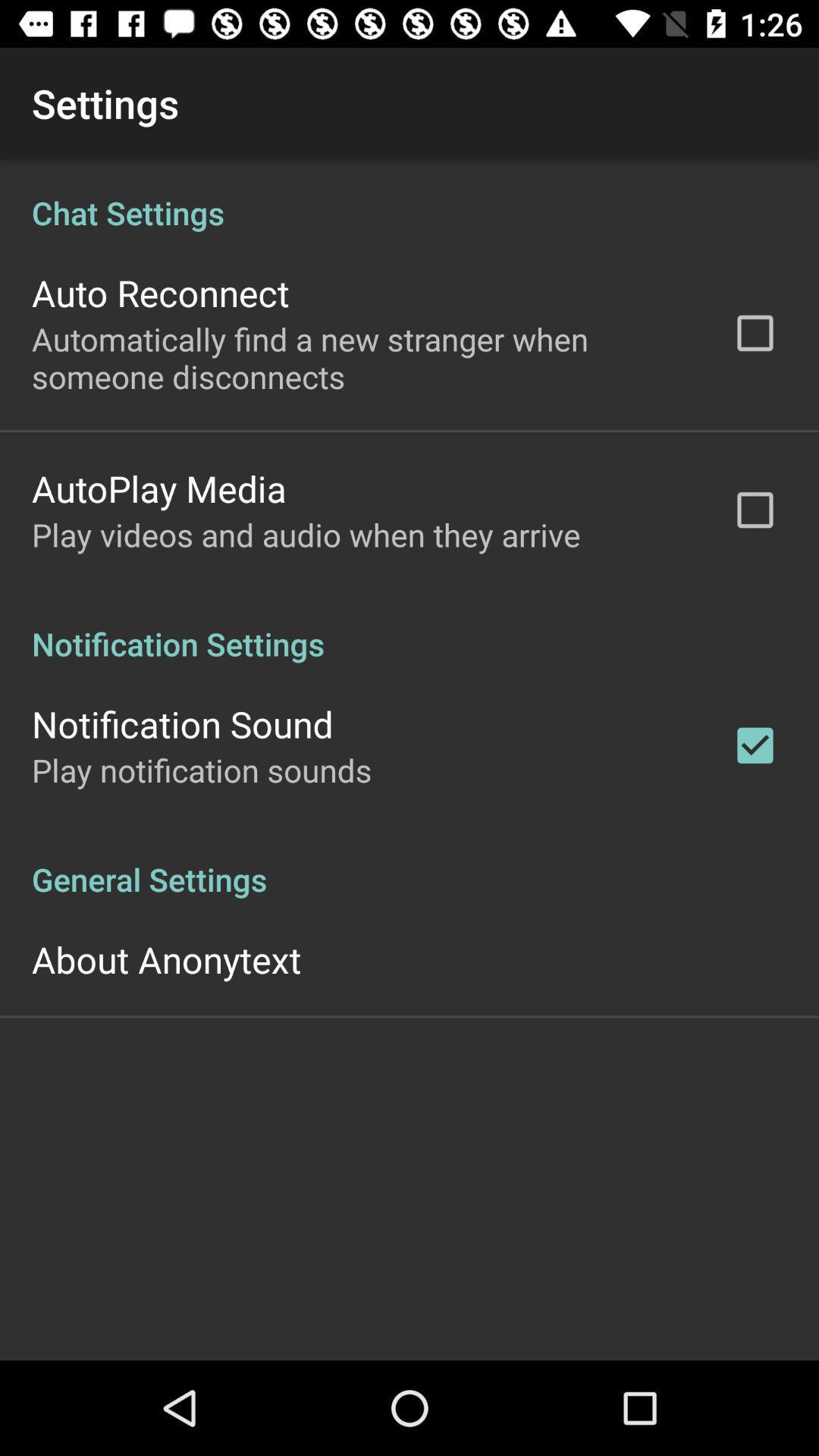 Image resolution: width=819 pixels, height=1456 pixels. I want to click on item below the settings icon, so click(409, 196).